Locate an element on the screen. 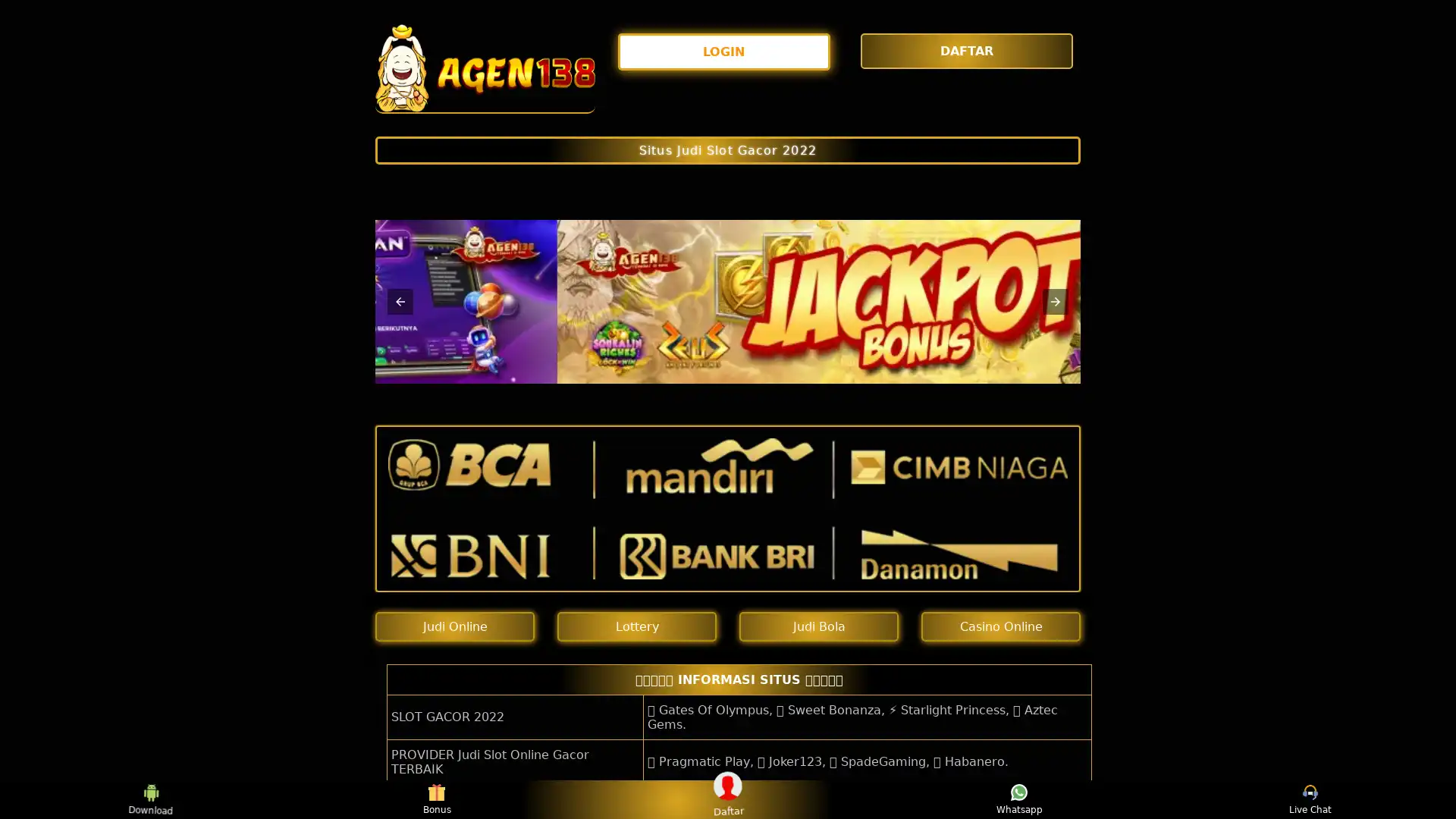 The height and width of the screenshot is (819, 1456). Next item in carousel (1 of 3) is located at coordinates (1055, 301).